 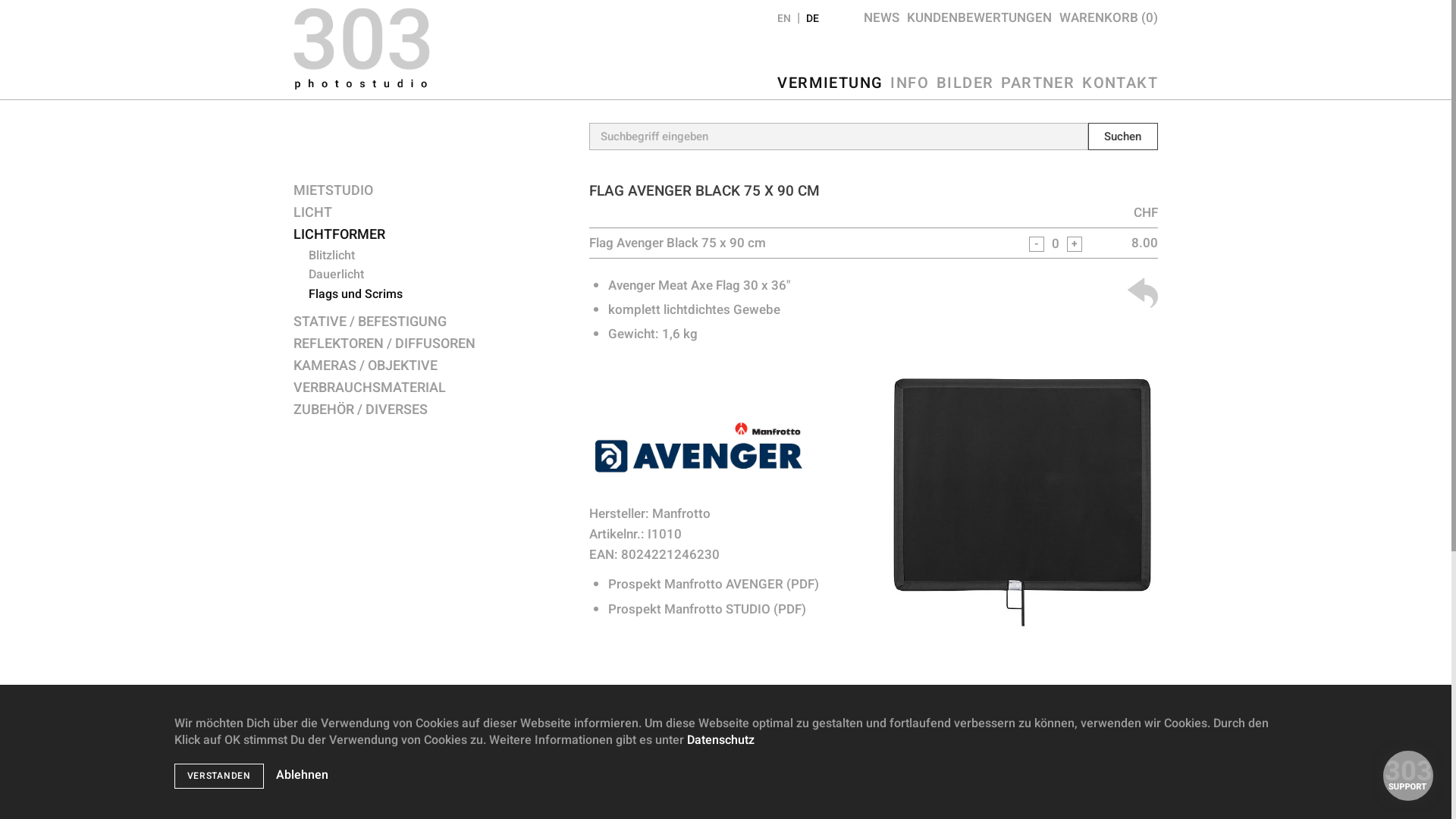 What do you see at coordinates (979, 17) in the screenshot?
I see `'KUNDENBEWERTUNGEN'` at bounding box center [979, 17].